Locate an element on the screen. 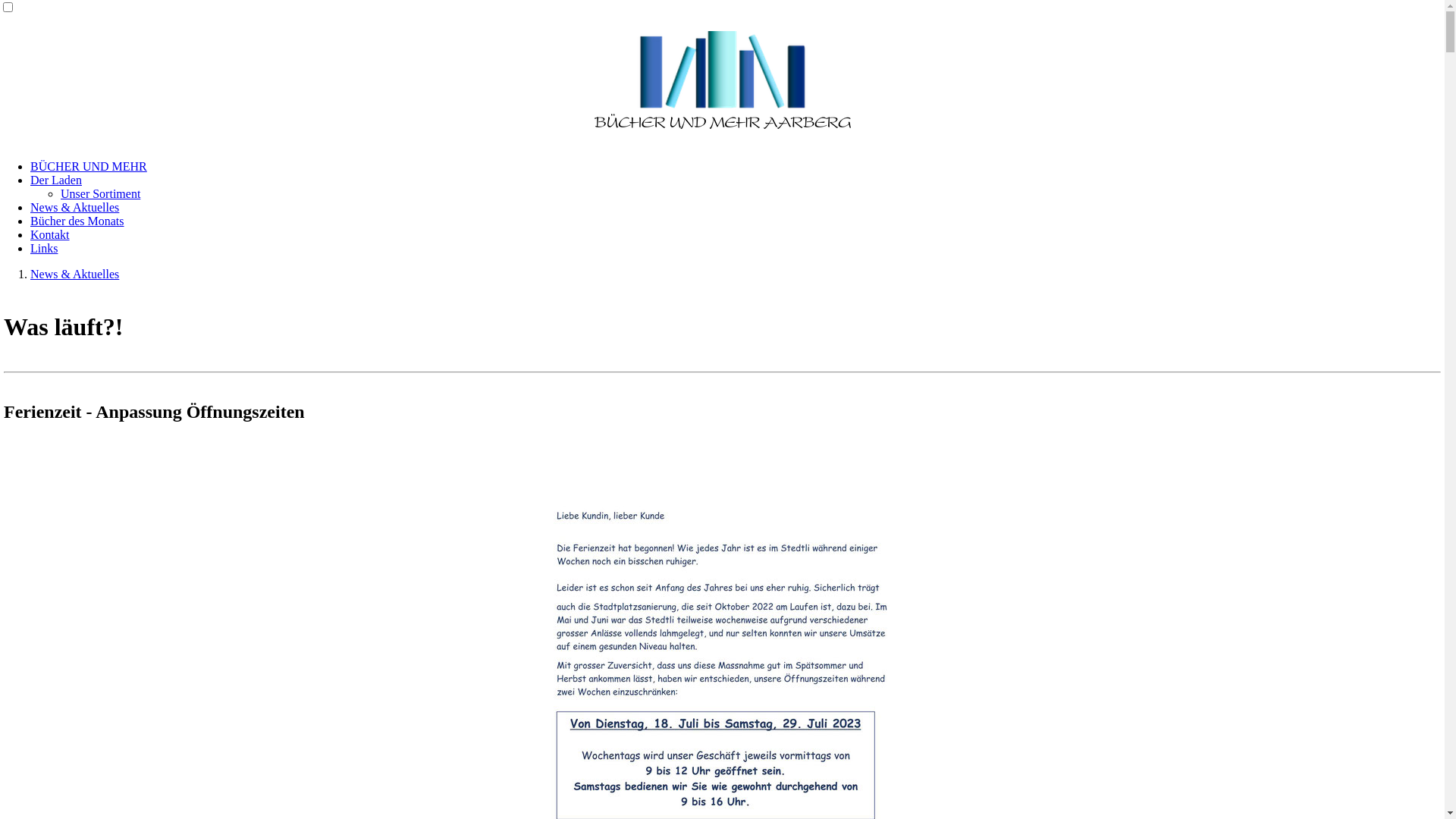 The image size is (1456, 819). 'Unser Sortiment' is located at coordinates (99, 193).